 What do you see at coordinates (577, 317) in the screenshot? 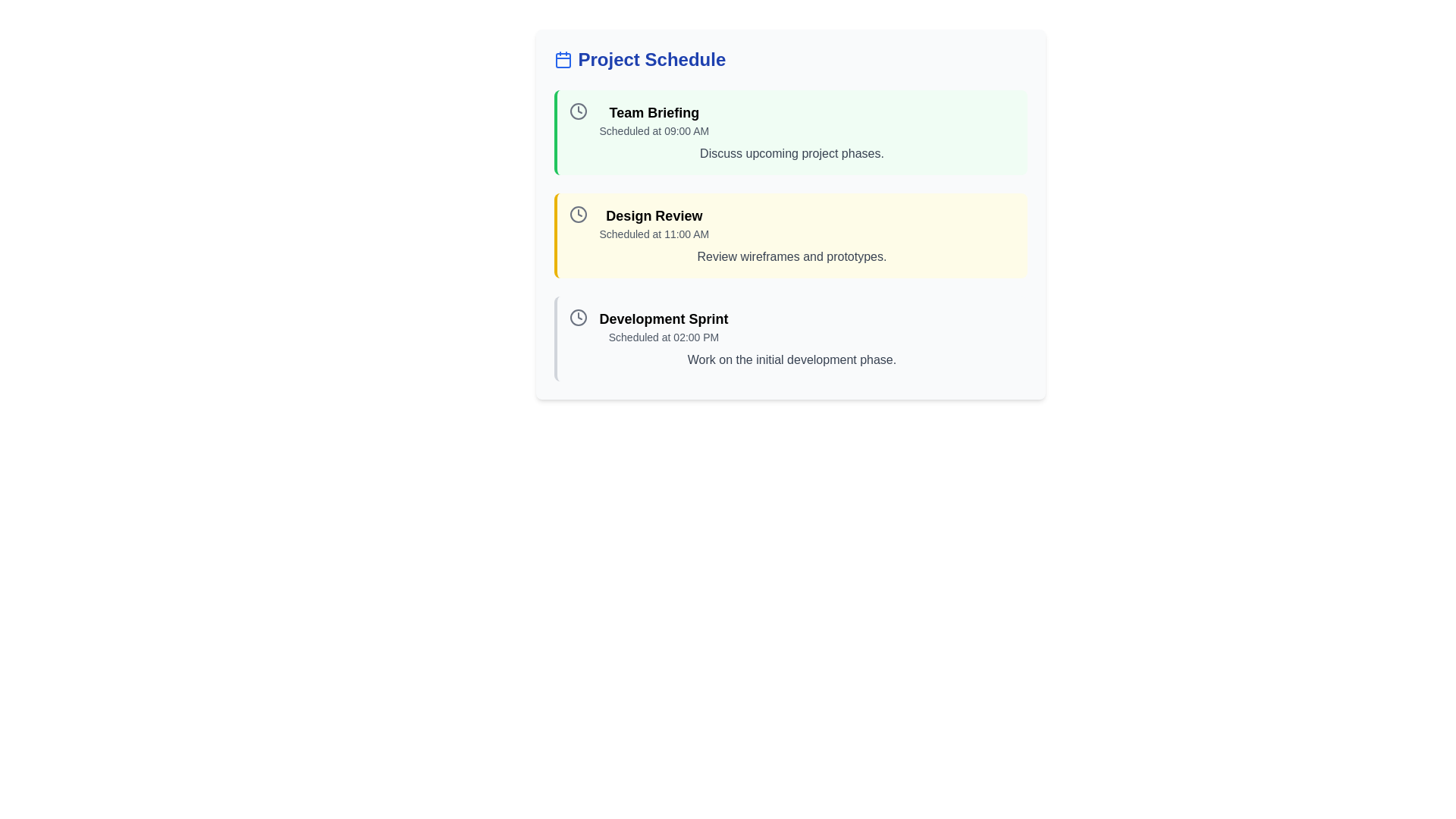
I see `the outer circular rim of the clock icon located next to the text 'Development Sprint' for inspection` at bounding box center [577, 317].